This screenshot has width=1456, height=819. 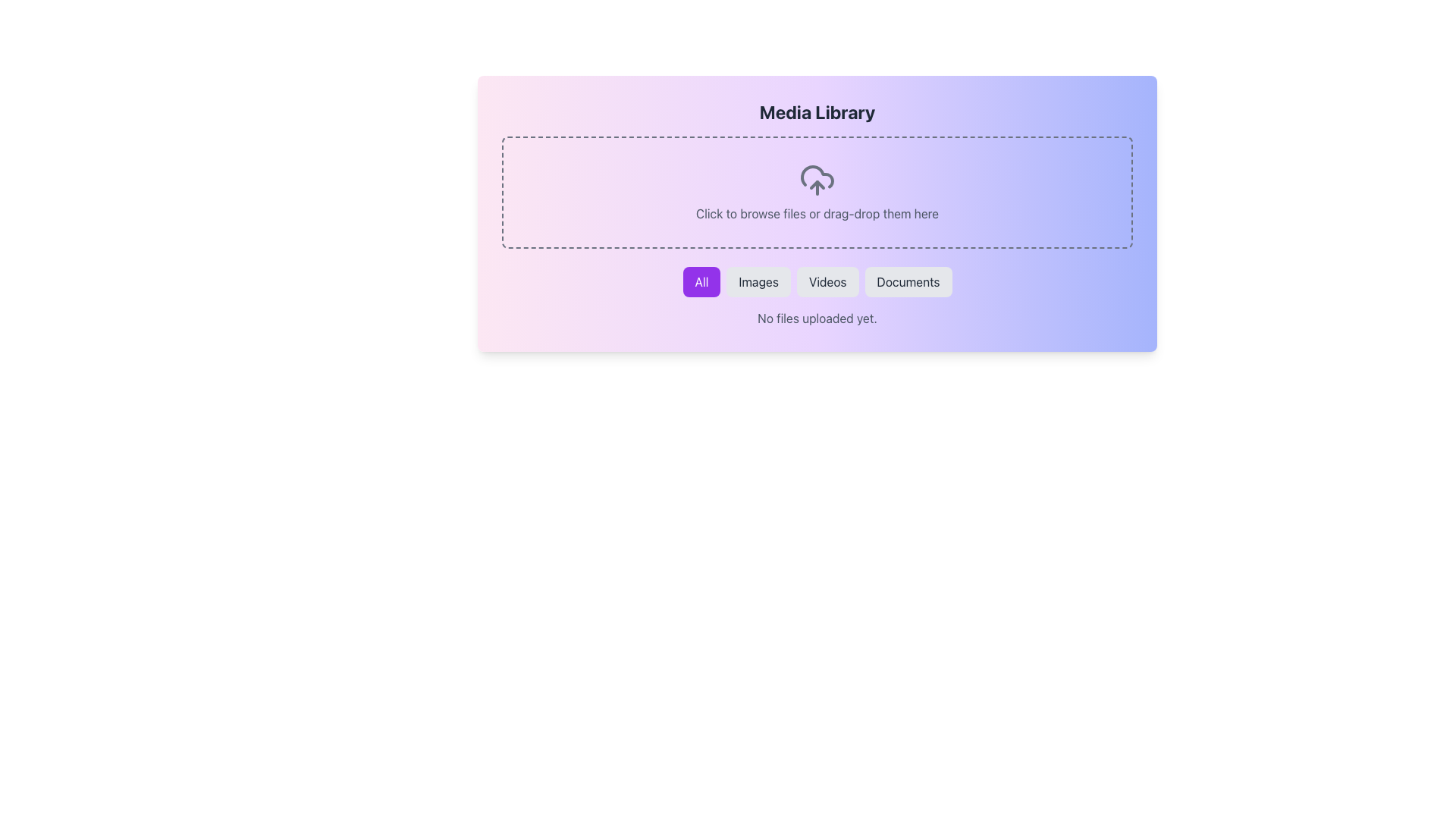 I want to click on the 'Images' button, which is the second button in the button group labeled 'All Images Videos Documents', to filter images, so click(x=758, y=281).